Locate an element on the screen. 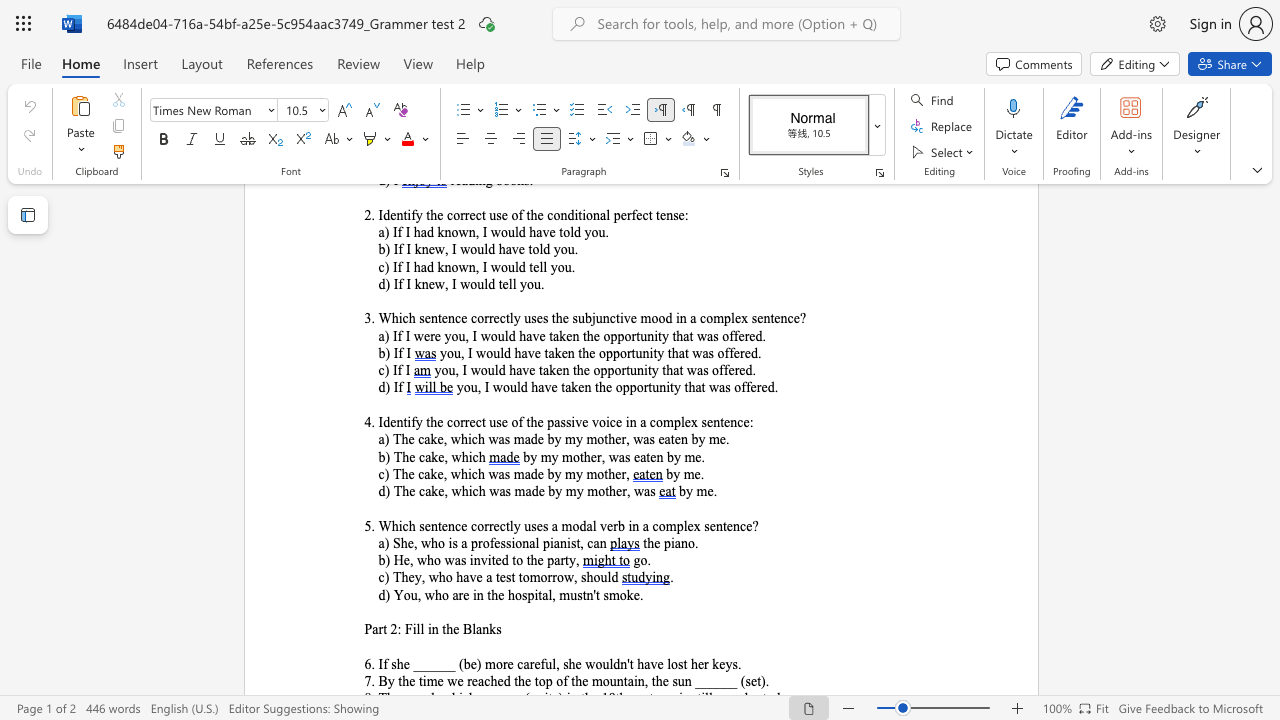 This screenshot has width=1280, height=720. the space between the continuous character "e" and "r" in the text is located at coordinates (620, 491).